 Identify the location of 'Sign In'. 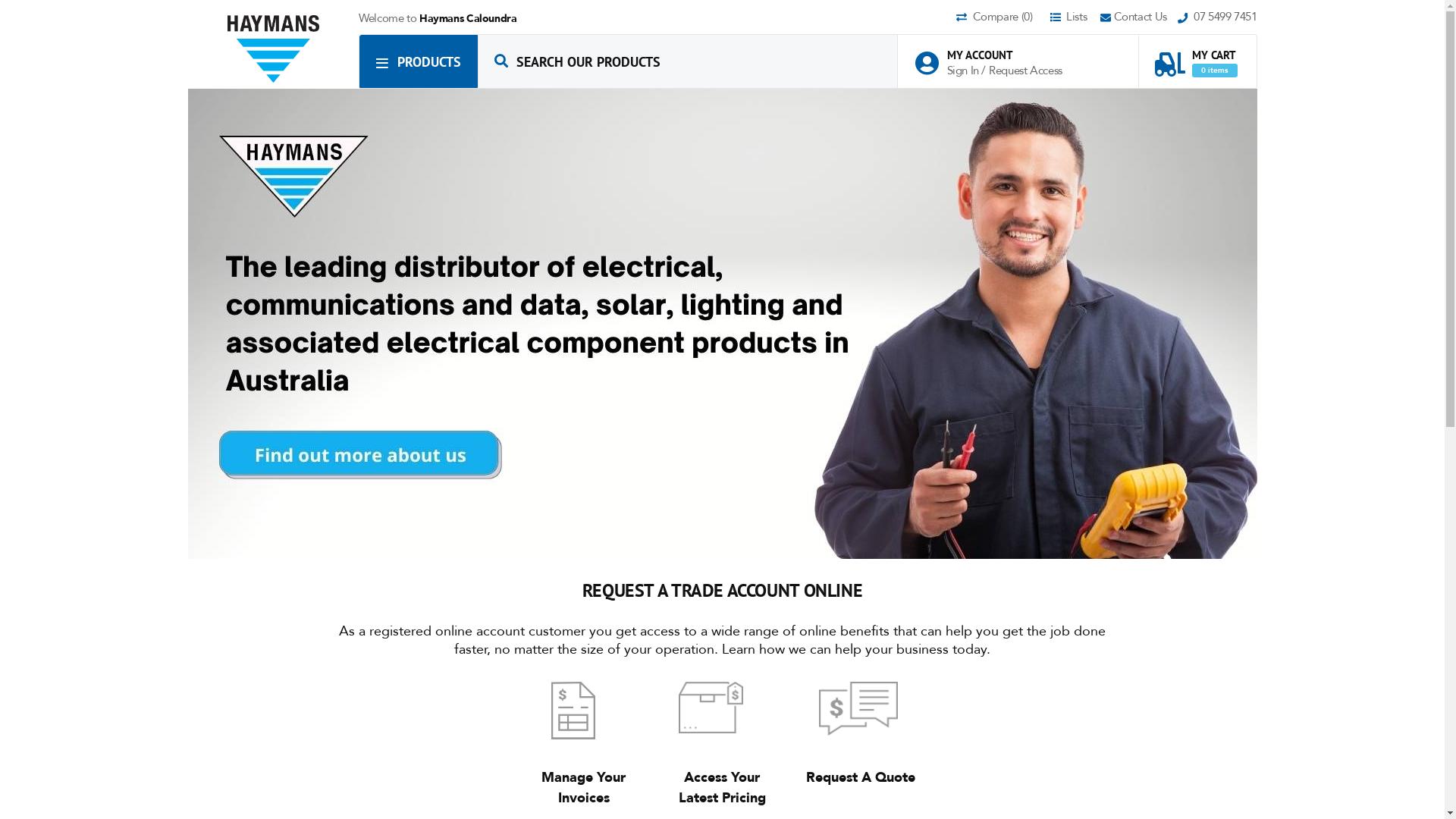
(946, 70).